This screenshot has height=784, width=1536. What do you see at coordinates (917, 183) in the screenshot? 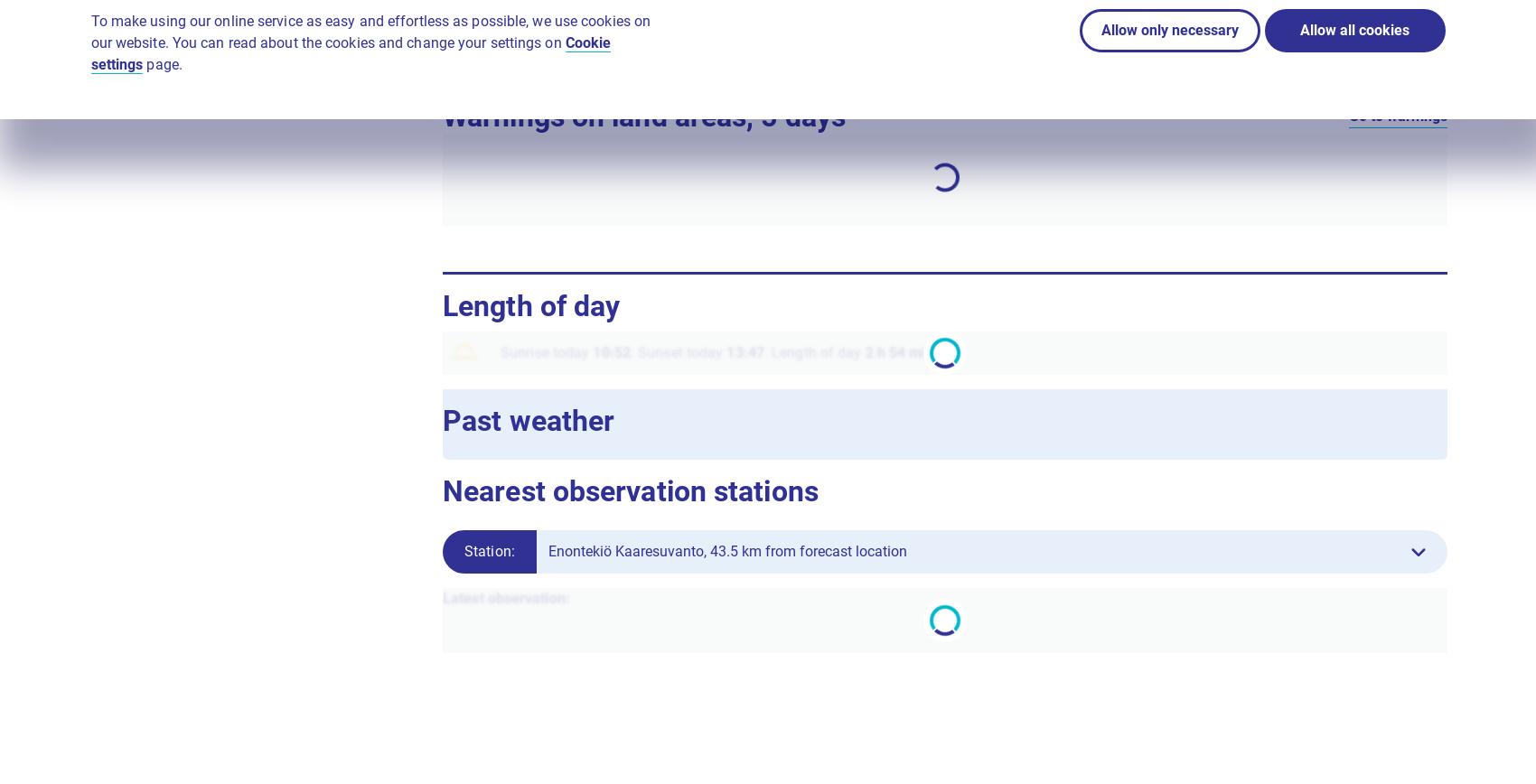
I see `'Mon'` at bounding box center [917, 183].